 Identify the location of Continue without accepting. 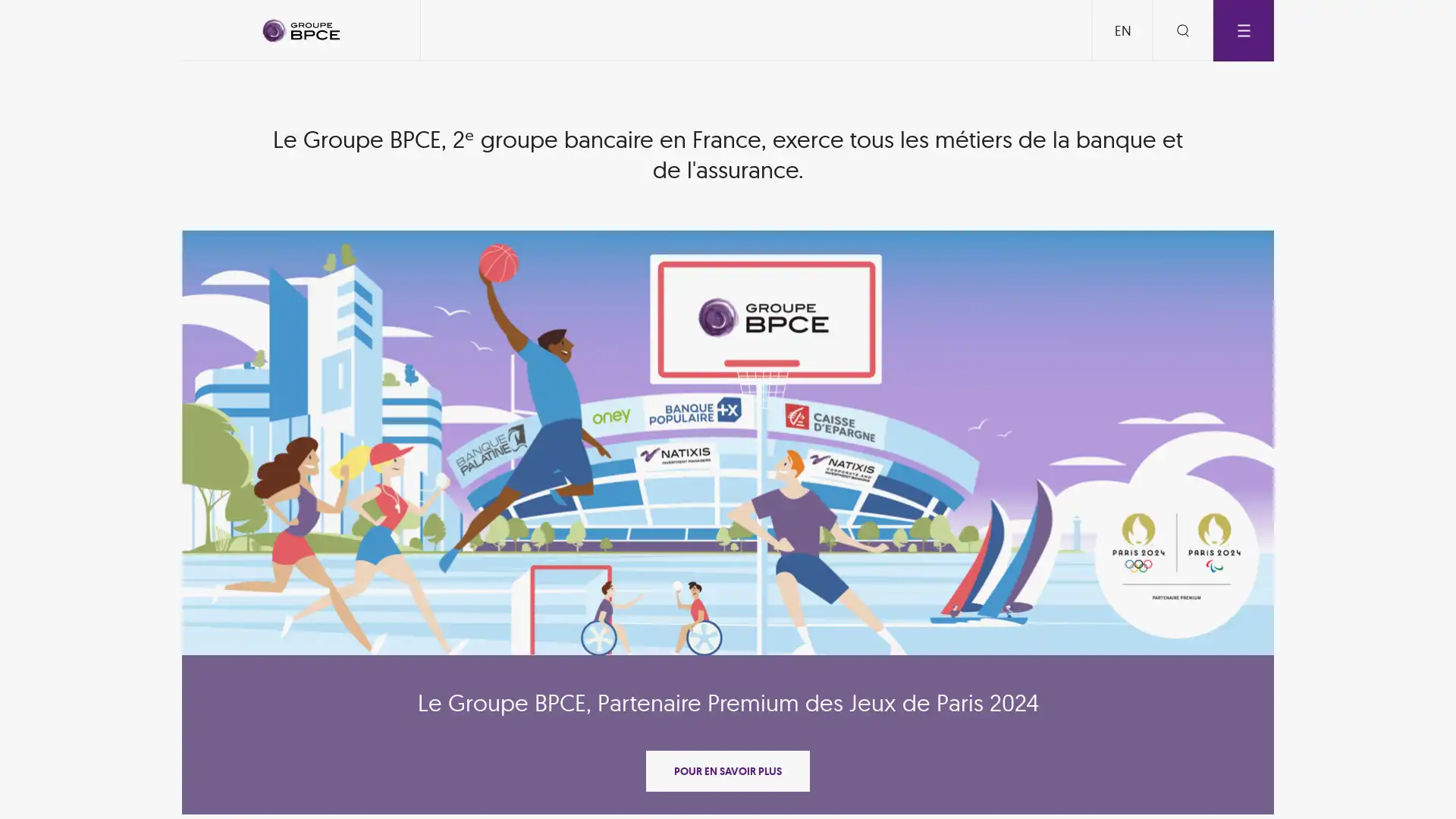
(728, 253).